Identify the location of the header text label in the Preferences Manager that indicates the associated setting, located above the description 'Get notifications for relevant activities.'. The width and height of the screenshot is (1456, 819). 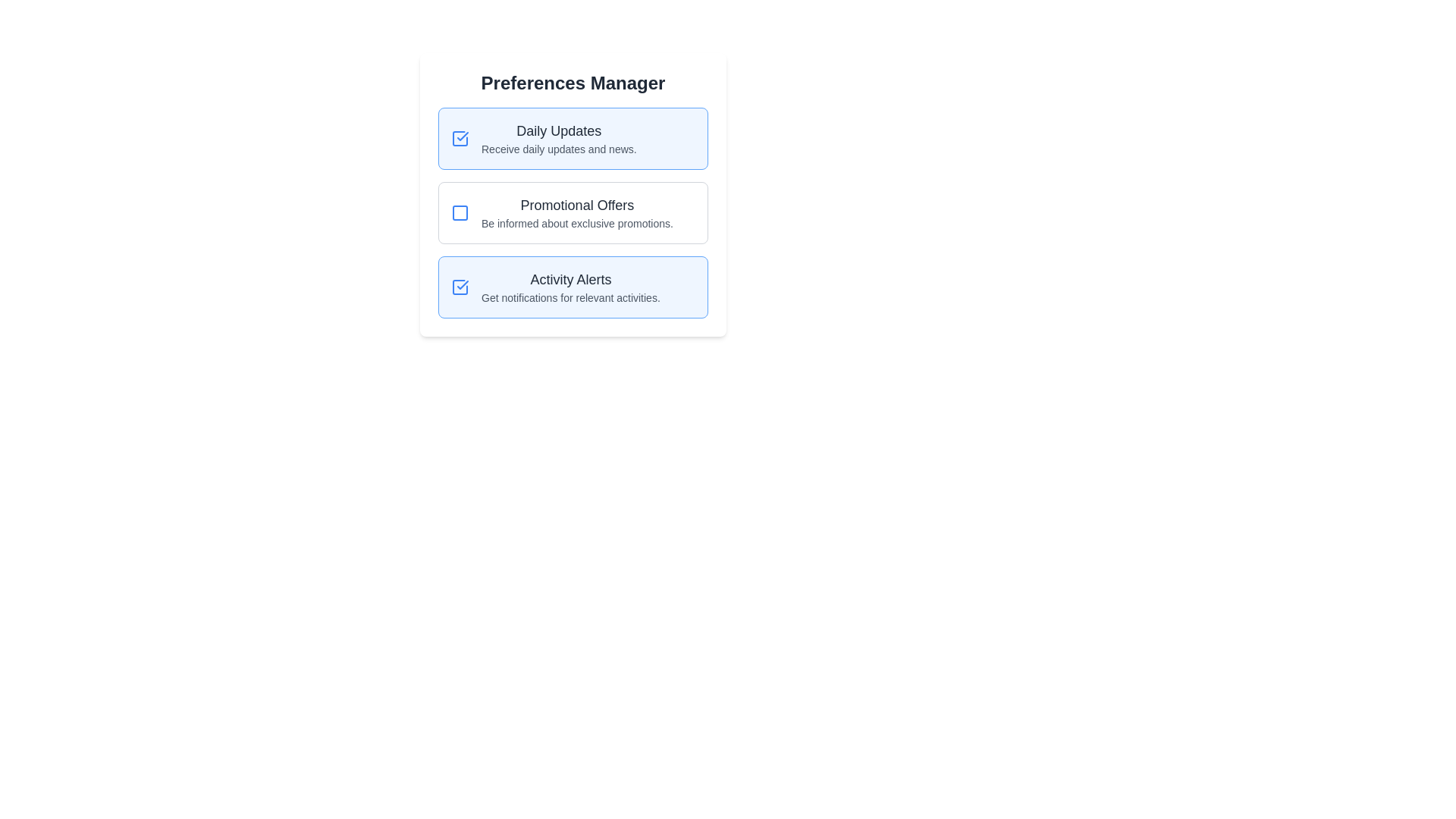
(570, 280).